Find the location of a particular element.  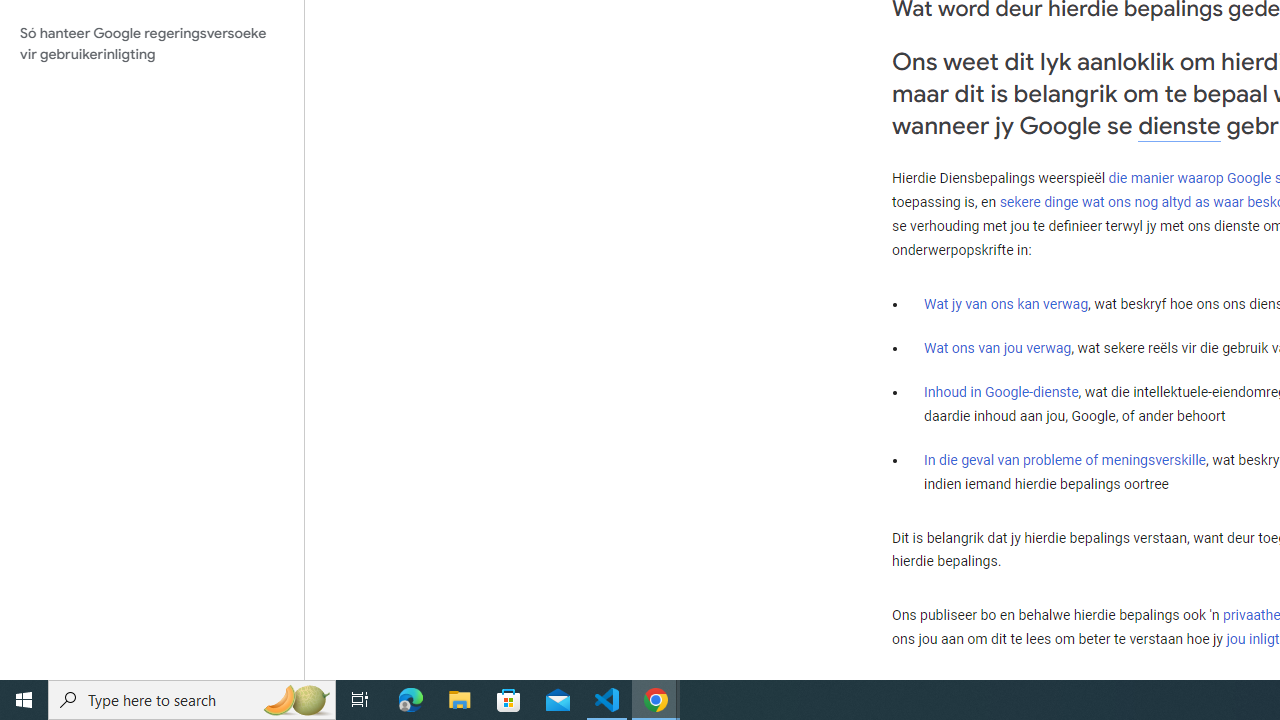

'In die geval van probleme of meningsverskille' is located at coordinates (1063, 459).